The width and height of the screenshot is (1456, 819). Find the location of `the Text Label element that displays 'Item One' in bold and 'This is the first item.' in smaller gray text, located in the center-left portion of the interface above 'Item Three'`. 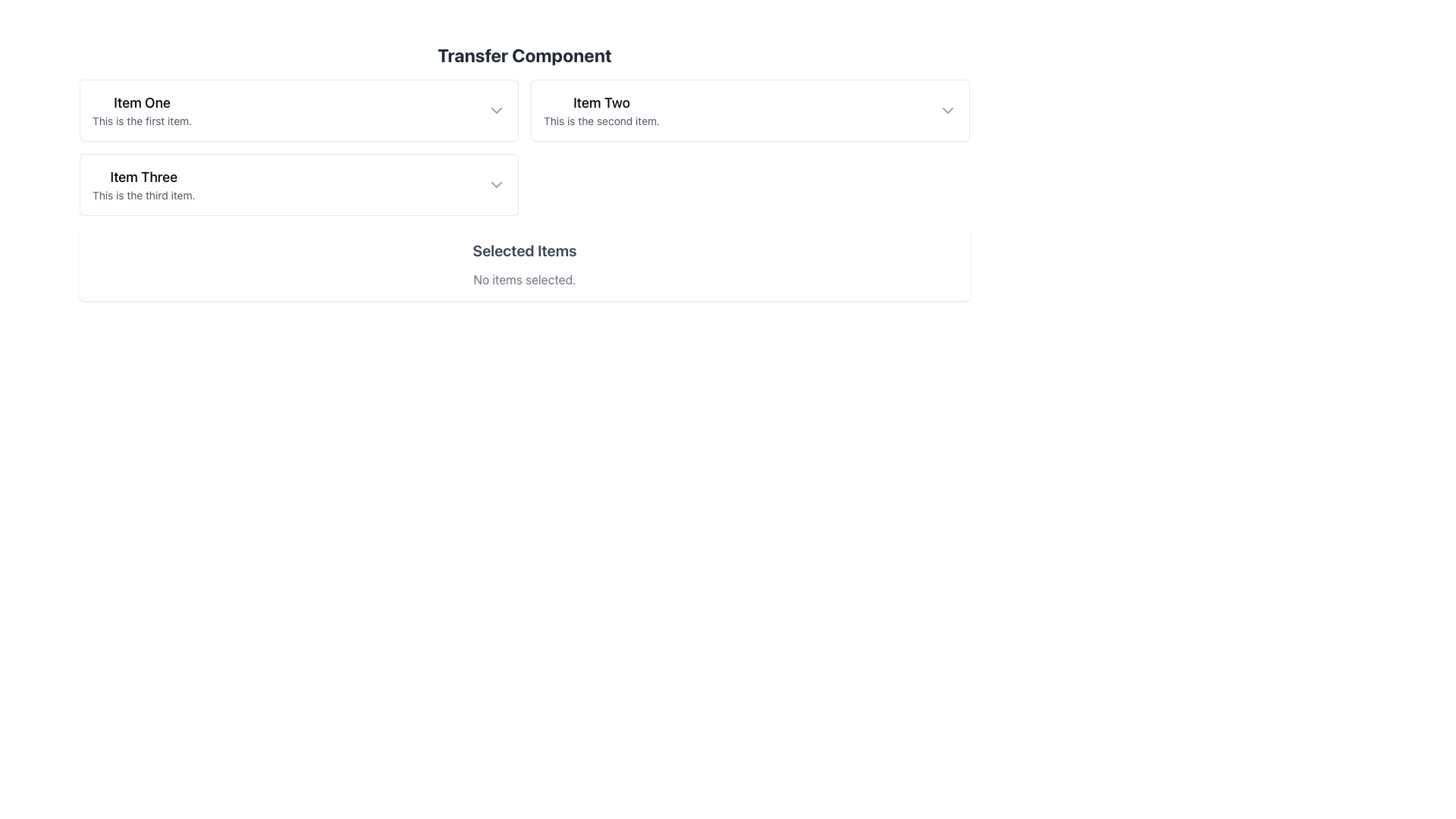

the Text Label element that displays 'Item One' in bold and 'This is the first item.' in smaller gray text, located in the center-left portion of the interface above 'Item Three' is located at coordinates (142, 110).